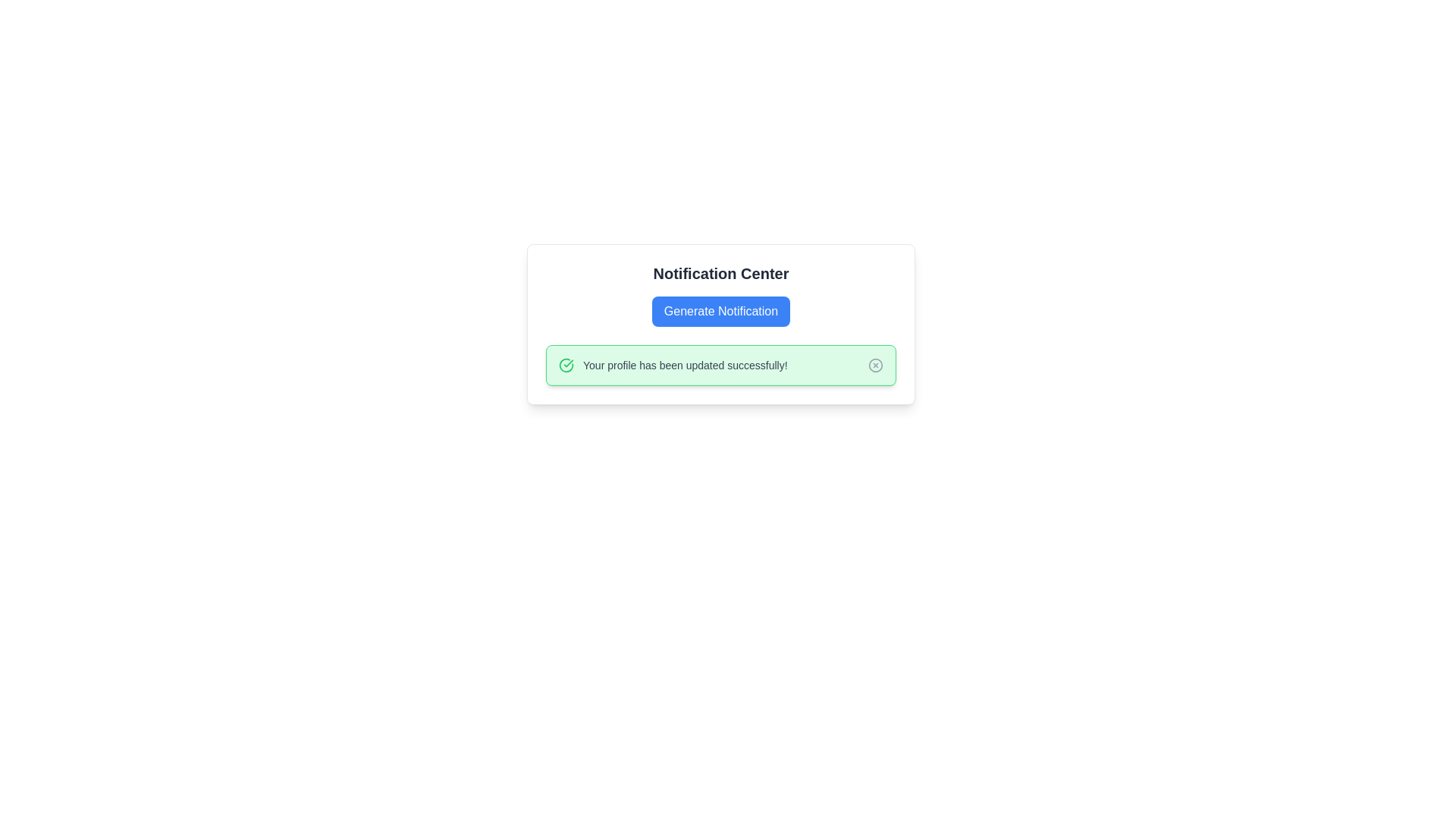 This screenshot has width=1456, height=819. What do you see at coordinates (720, 366) in the screenshot?
I see `notification text displayed in the Notification Bar, which informs the user about the successful profile update` at bounding box center [720, 366].